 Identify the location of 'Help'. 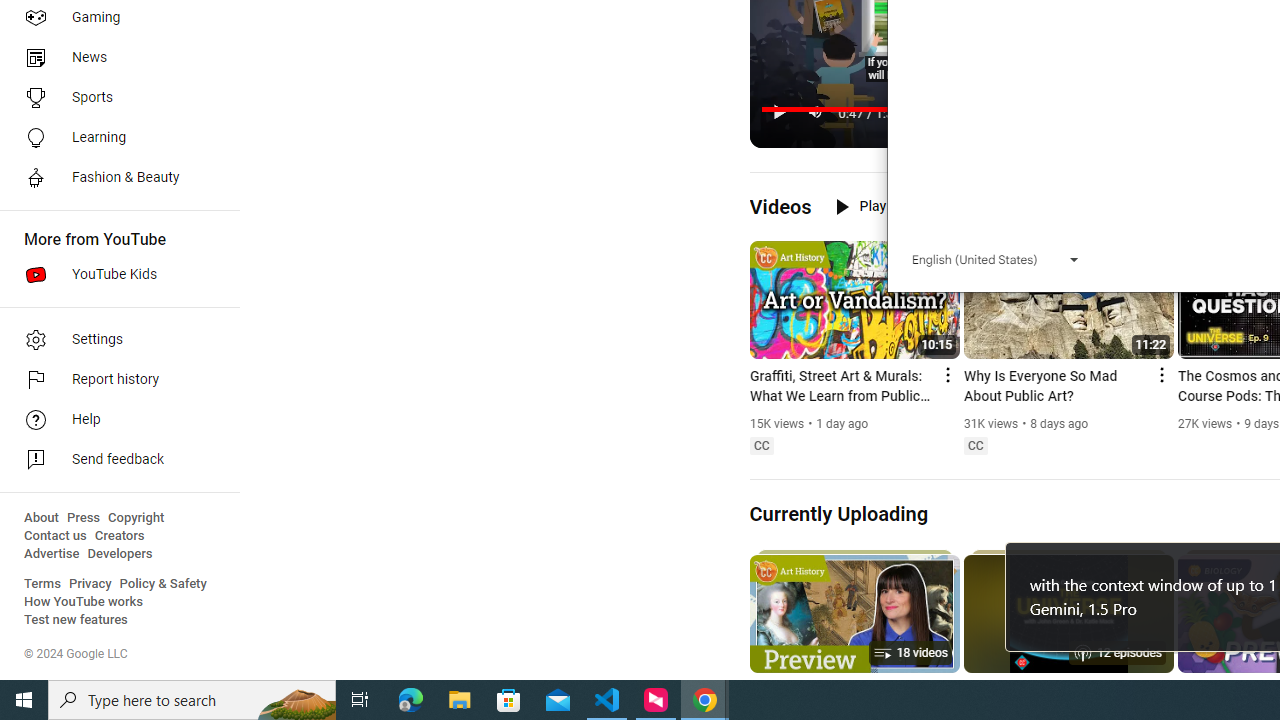
(112, 419).